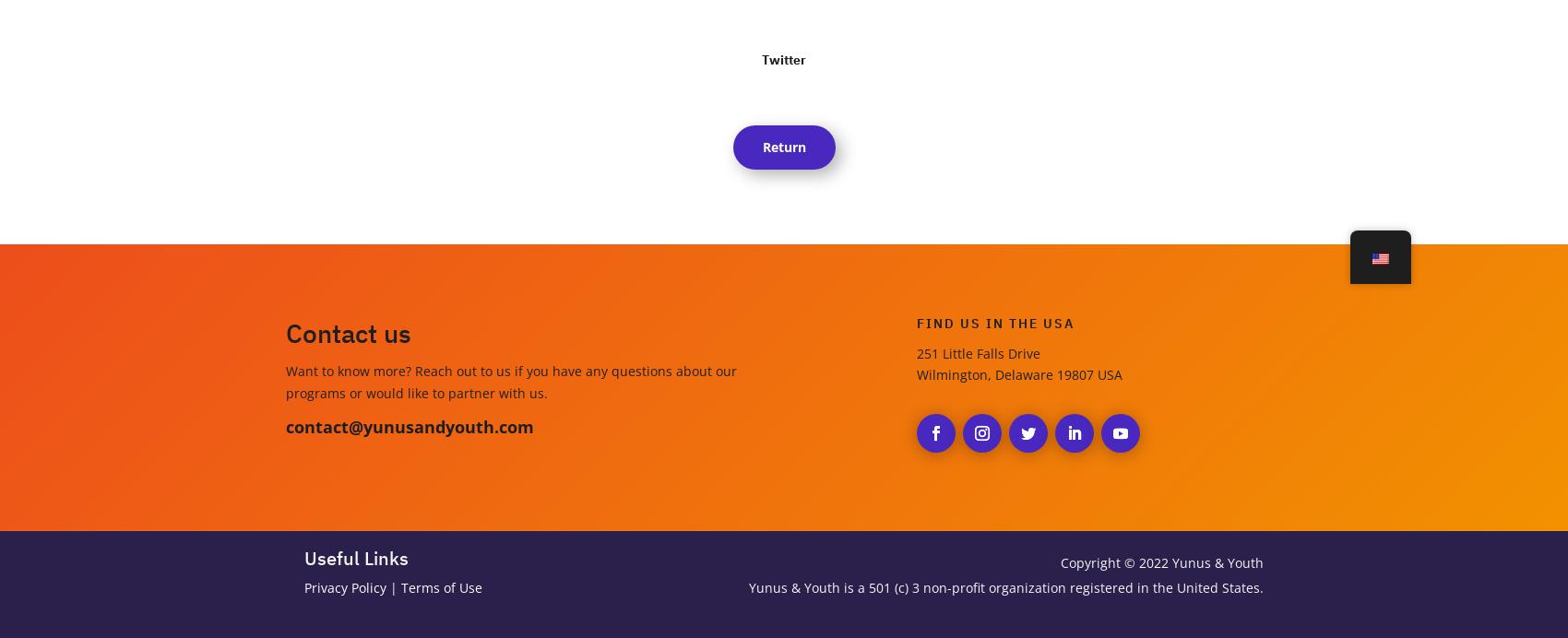  I want to click on 'Contact us', so click(286, 333).